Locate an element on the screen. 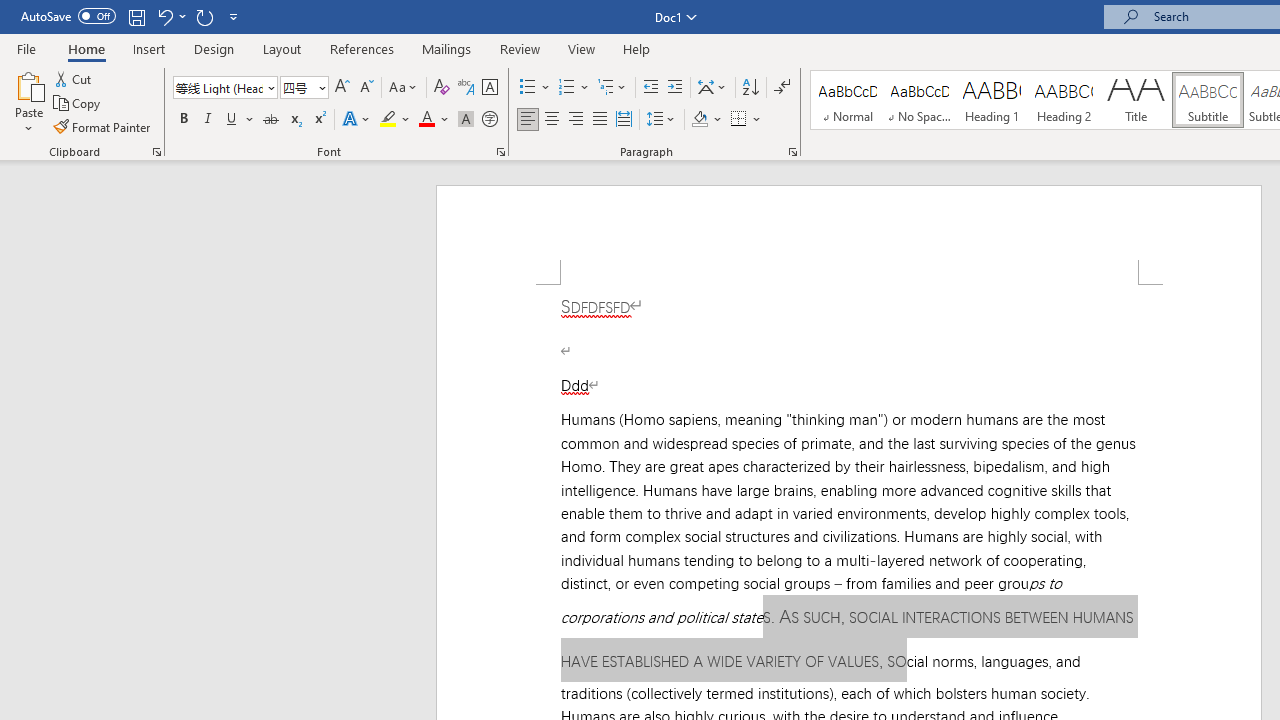 The width and height of the screenshot is (1280, 720). 'Bold' is located at coordinates (183, 119).